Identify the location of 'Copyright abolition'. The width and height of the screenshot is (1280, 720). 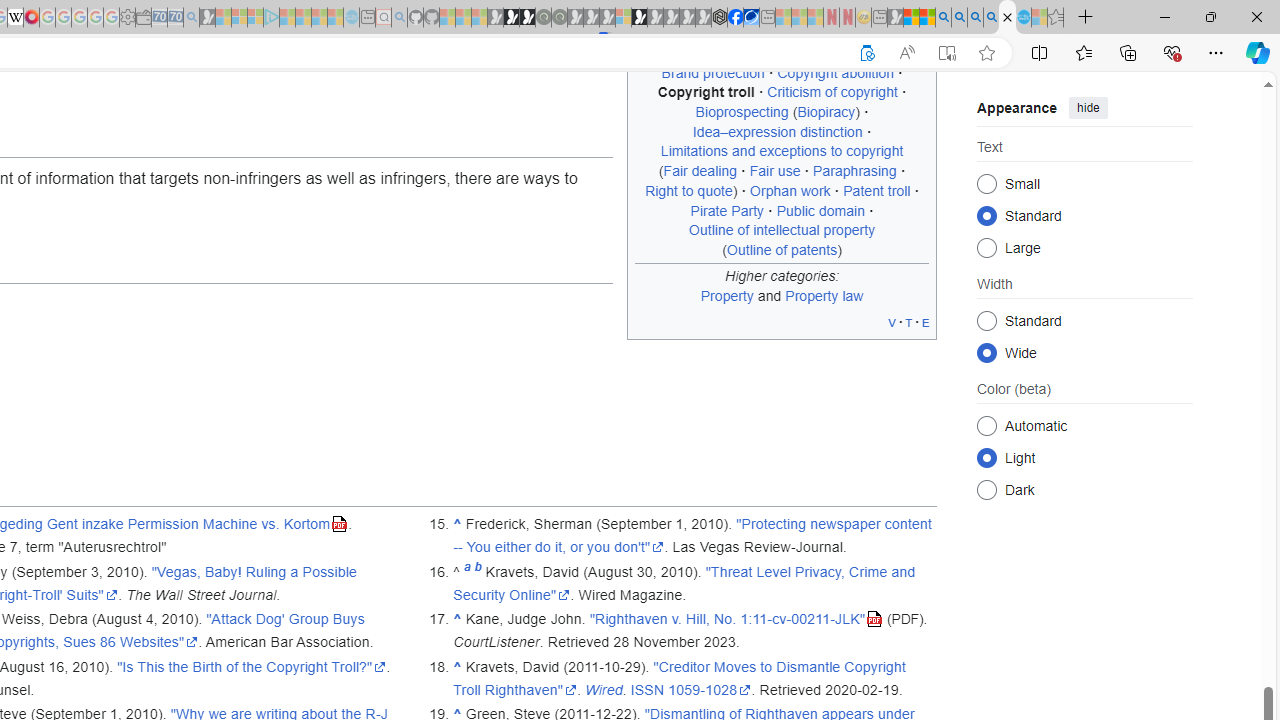
(835, 71).